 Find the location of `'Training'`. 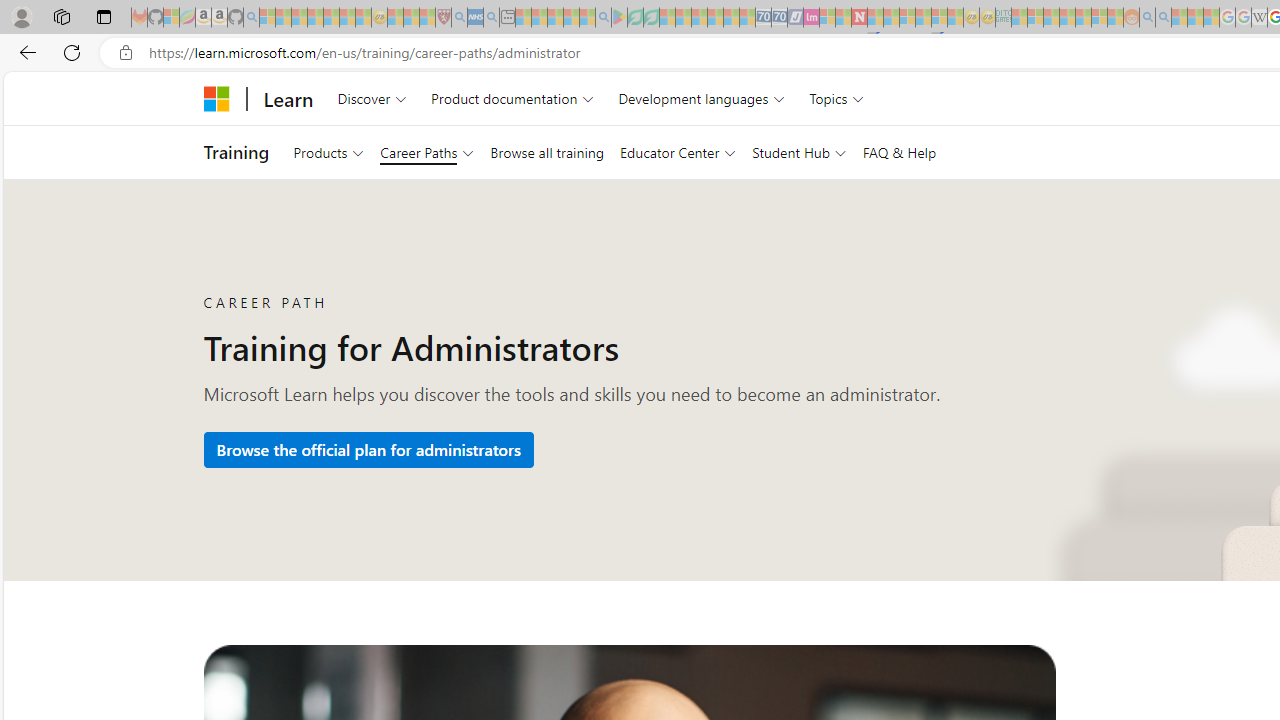

'Training' is located at coordinates (236, 151).